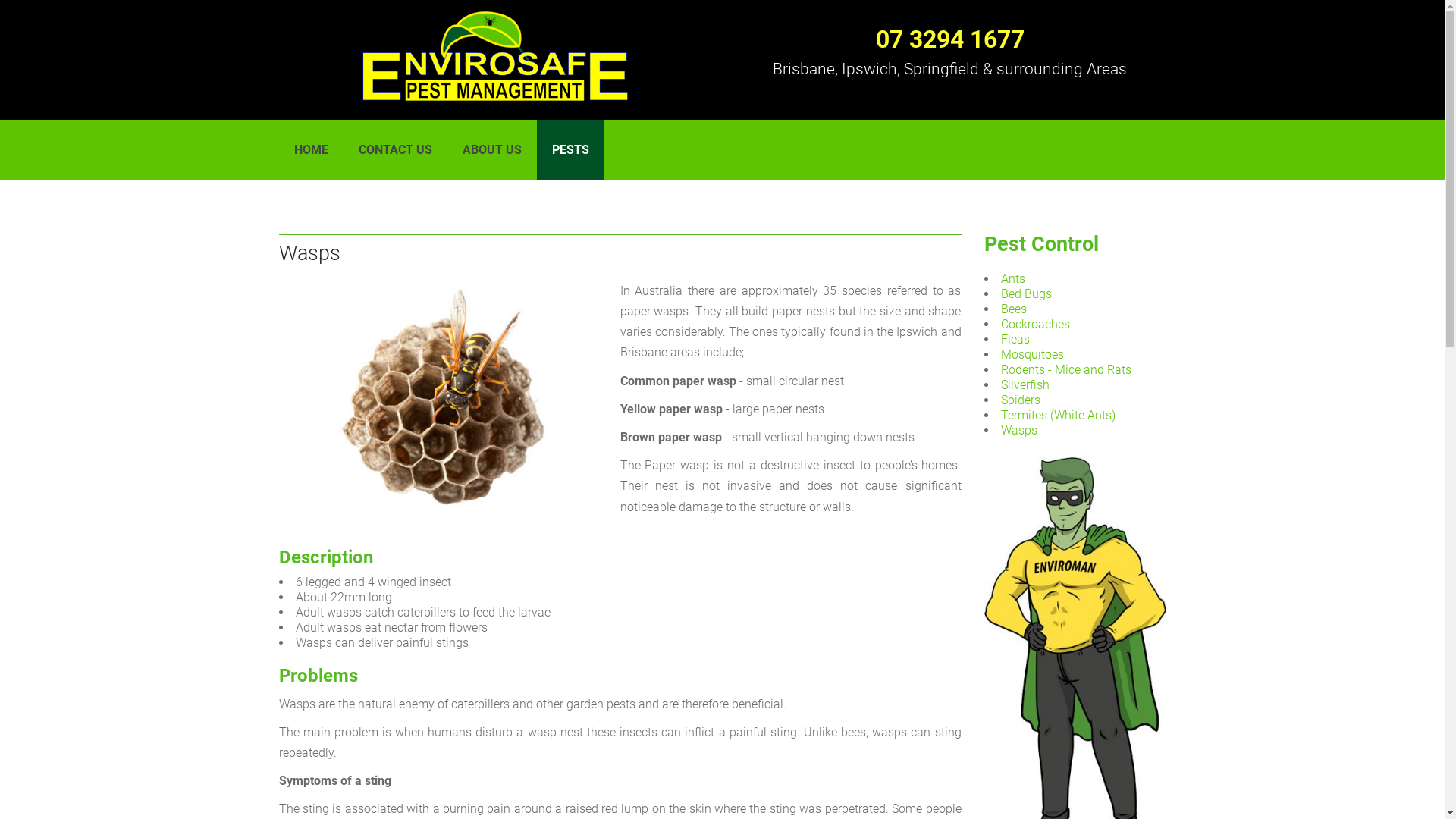 This screenshot has width=1456, height=819. I want to click on 'ABOUT US', so click(491, 149).